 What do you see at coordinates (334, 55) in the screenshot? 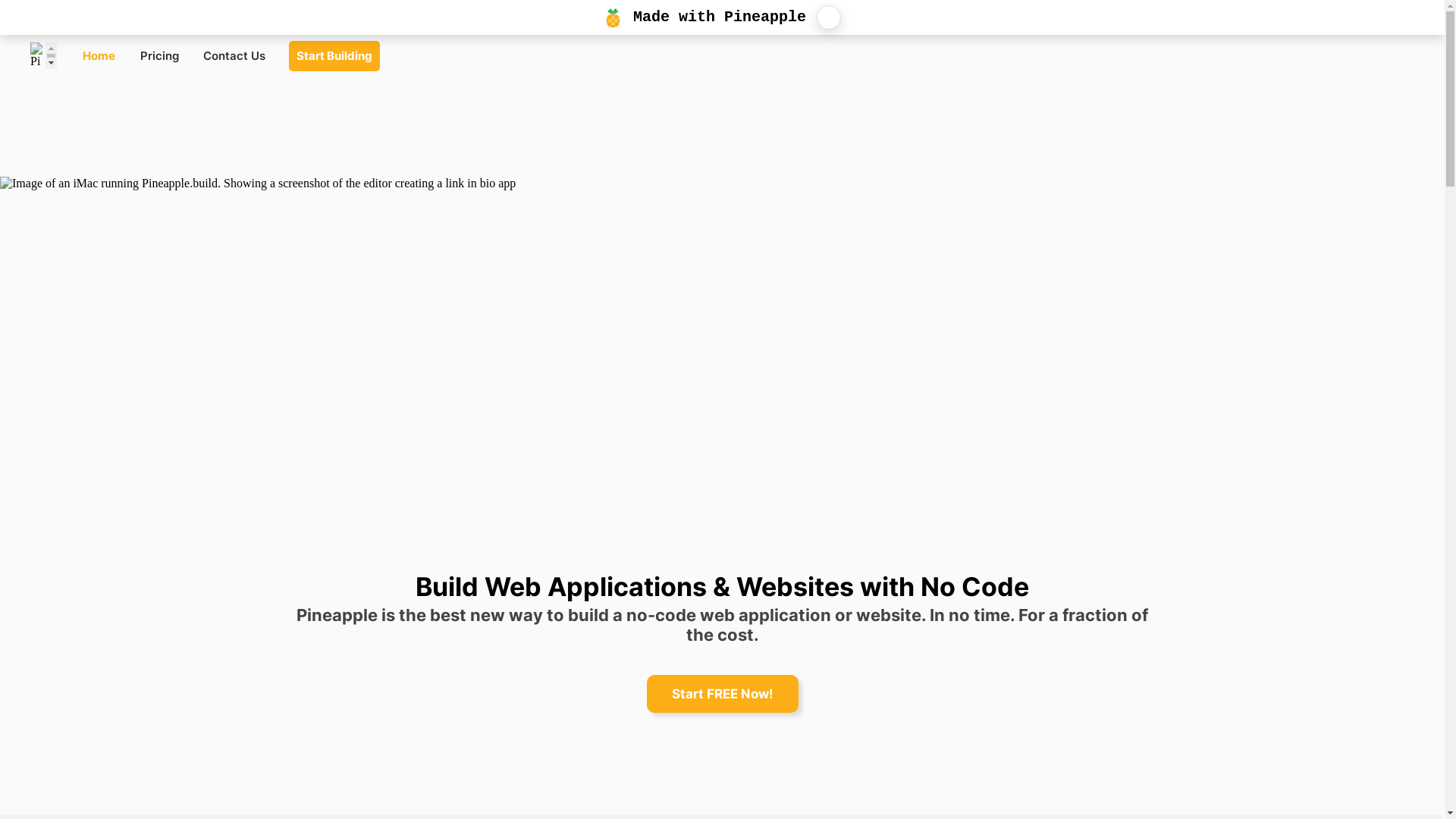
I see `'Start Building'` at bounding box center [334, 55].